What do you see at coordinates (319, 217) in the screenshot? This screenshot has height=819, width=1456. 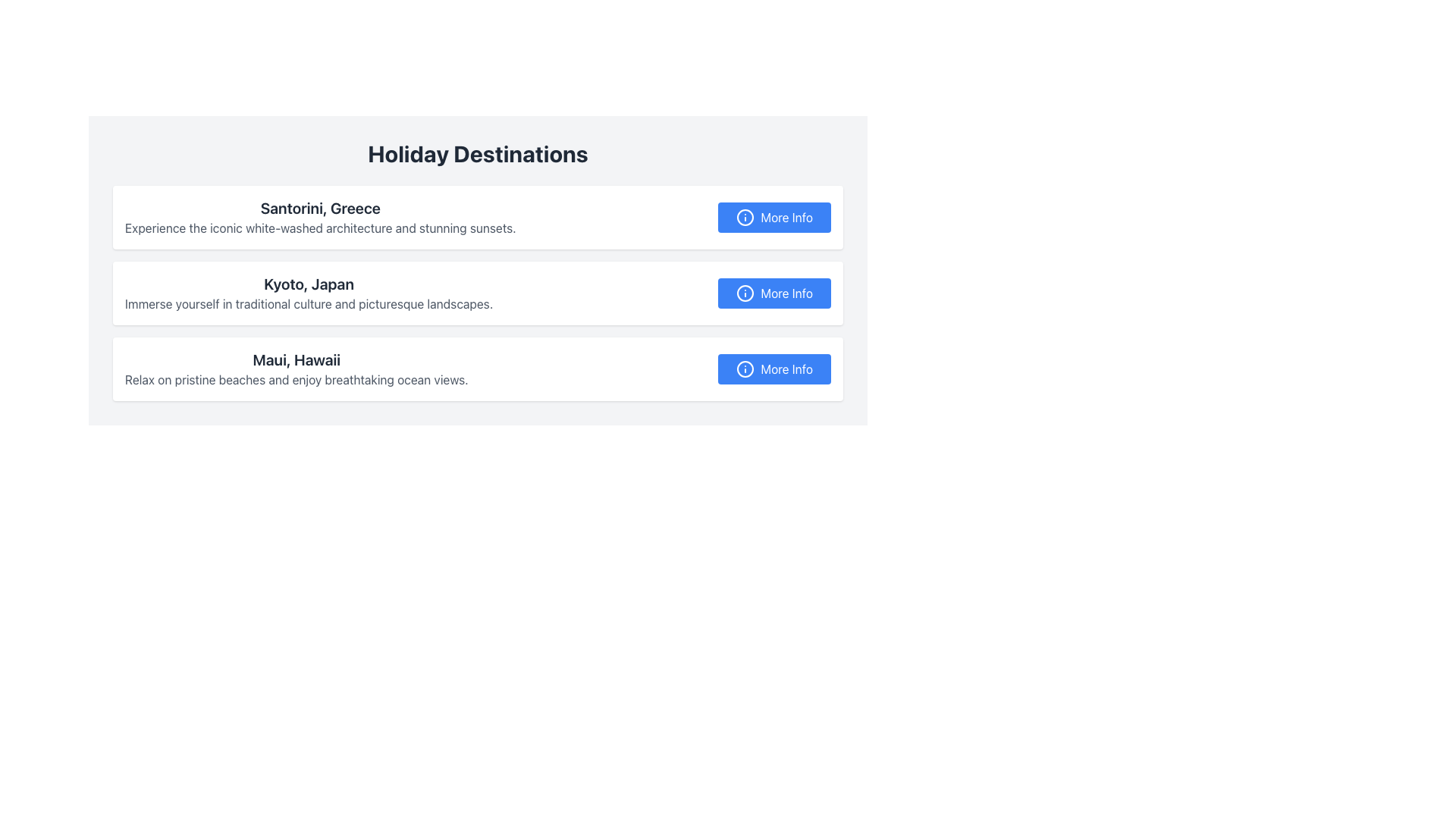 I see `the descriptive text block for 'Santorini, Greece', which features a bold title and a subtitle, positioned at the top of the list of holiday destinations` at bounding box center [319, 217].